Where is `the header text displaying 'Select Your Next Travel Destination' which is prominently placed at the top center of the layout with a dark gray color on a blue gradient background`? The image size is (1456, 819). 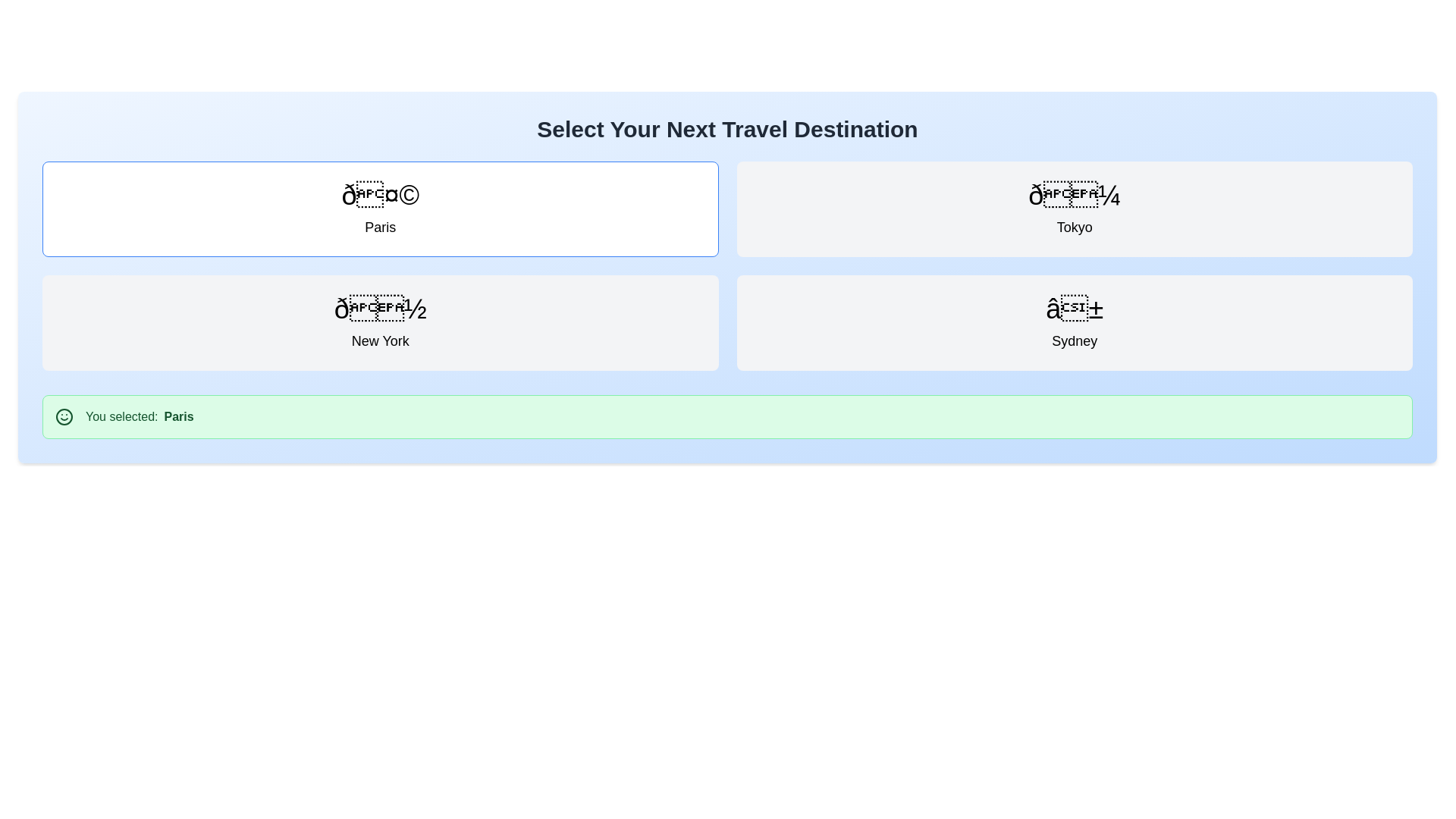 the header text displaying 'Select Your Next Travel Destination' which is prominently placed at the top center of the layout with a dark gray color on a blue gradient background is located at coordinates (726, 128).